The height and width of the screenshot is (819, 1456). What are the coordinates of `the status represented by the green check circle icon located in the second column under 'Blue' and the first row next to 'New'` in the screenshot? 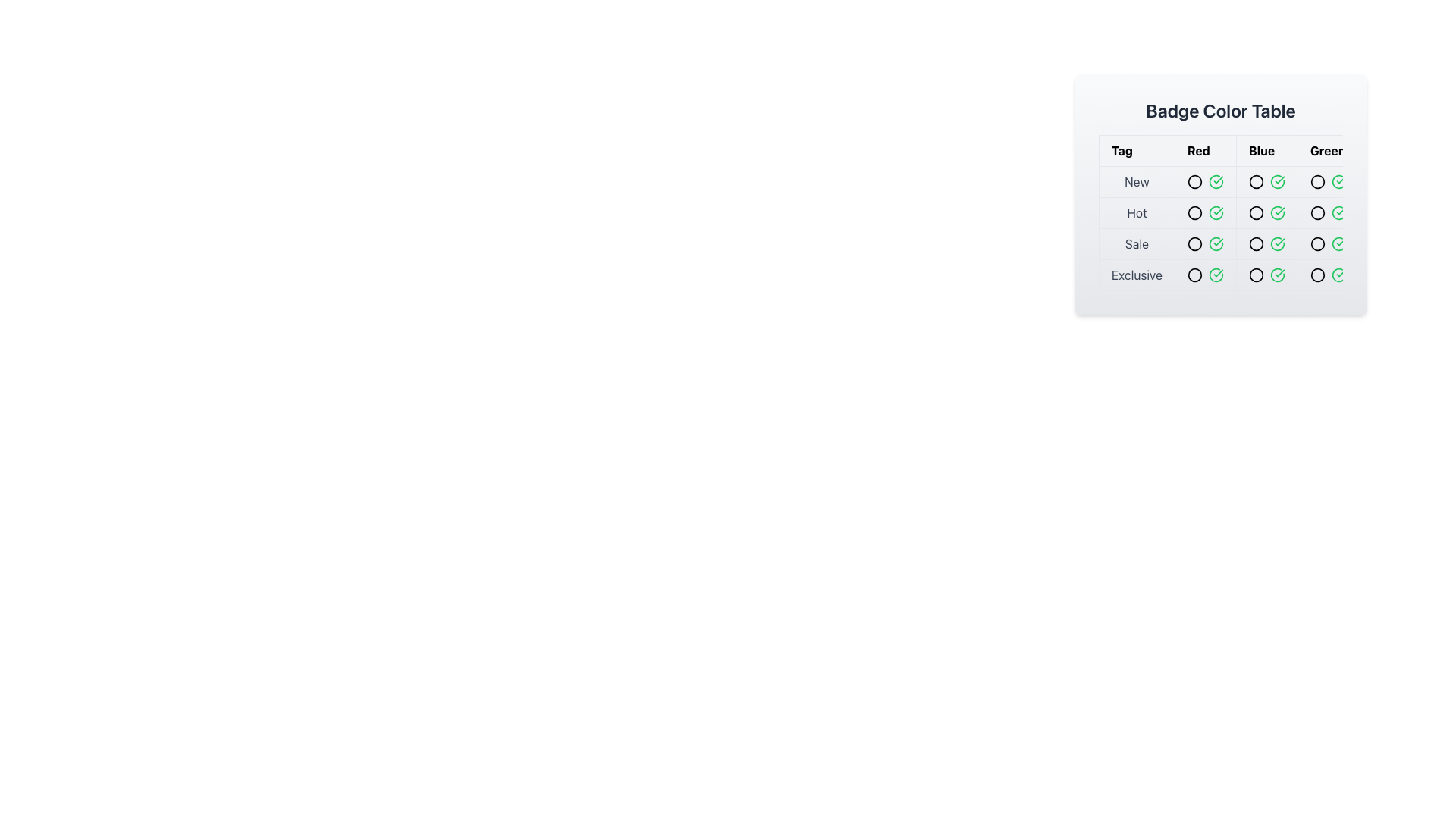 It's located at (1276, 180).